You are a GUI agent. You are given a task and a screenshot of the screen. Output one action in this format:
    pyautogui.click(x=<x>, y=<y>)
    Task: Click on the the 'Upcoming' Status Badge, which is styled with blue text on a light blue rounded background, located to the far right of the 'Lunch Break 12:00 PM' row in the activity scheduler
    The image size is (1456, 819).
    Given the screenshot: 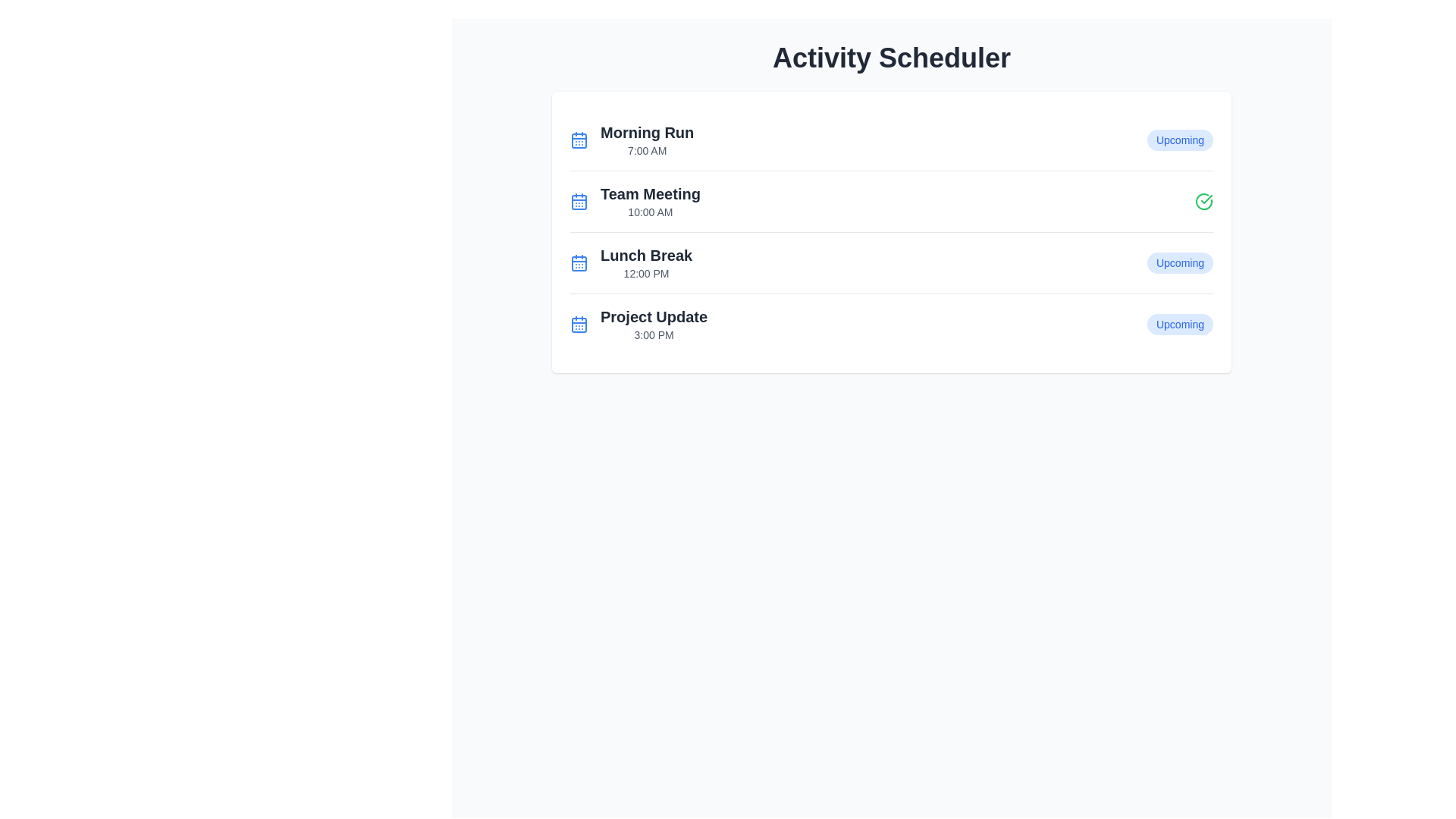 What is the action you would take?
    pyautogui.click(x=1179, y=262)
    